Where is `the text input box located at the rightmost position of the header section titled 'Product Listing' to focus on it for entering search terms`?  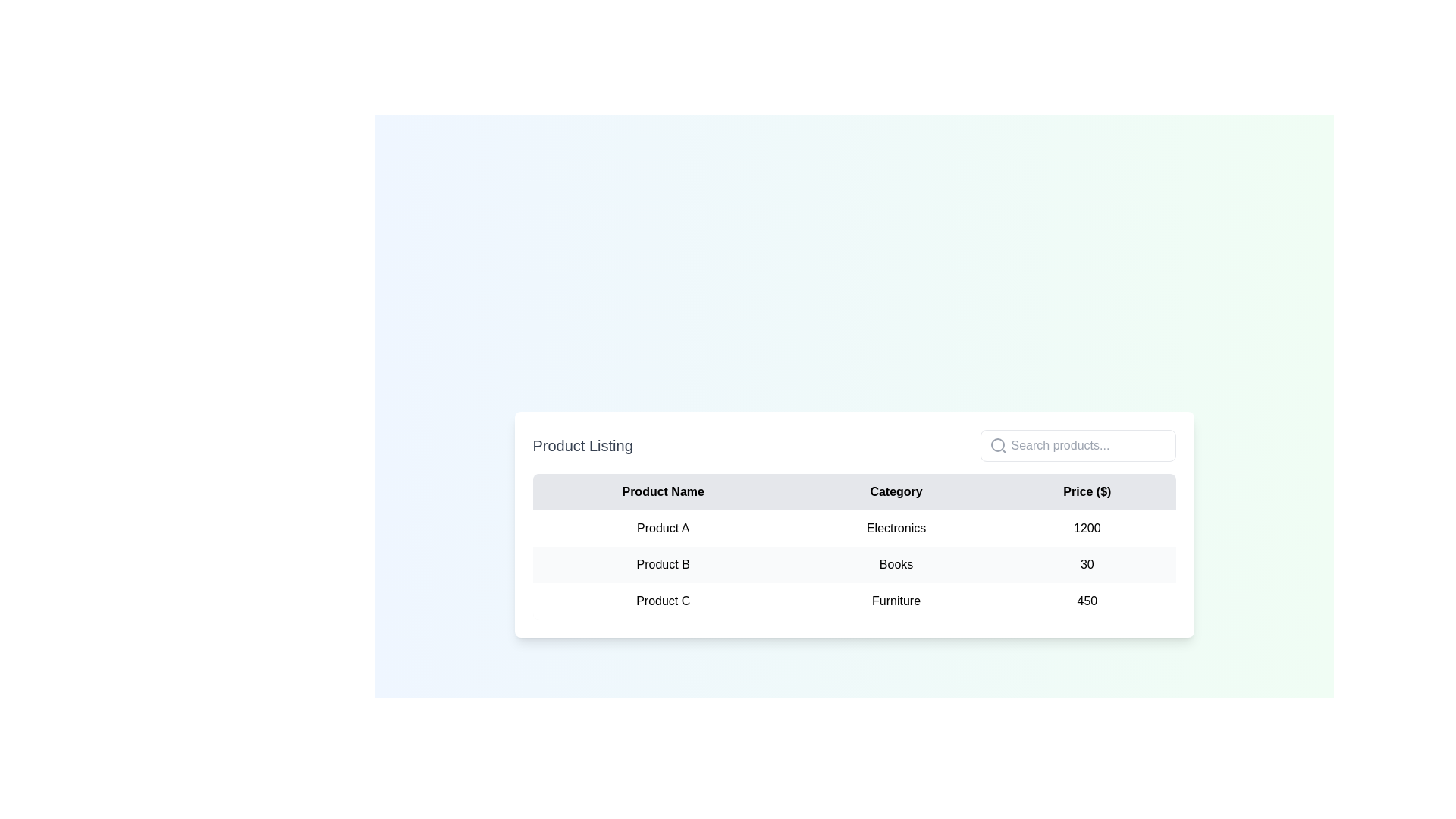 the text input box located at the rightmost position of the header section titled 'Product Listing' to focus on it for entering search terms is located at coordinates (1077, 444).